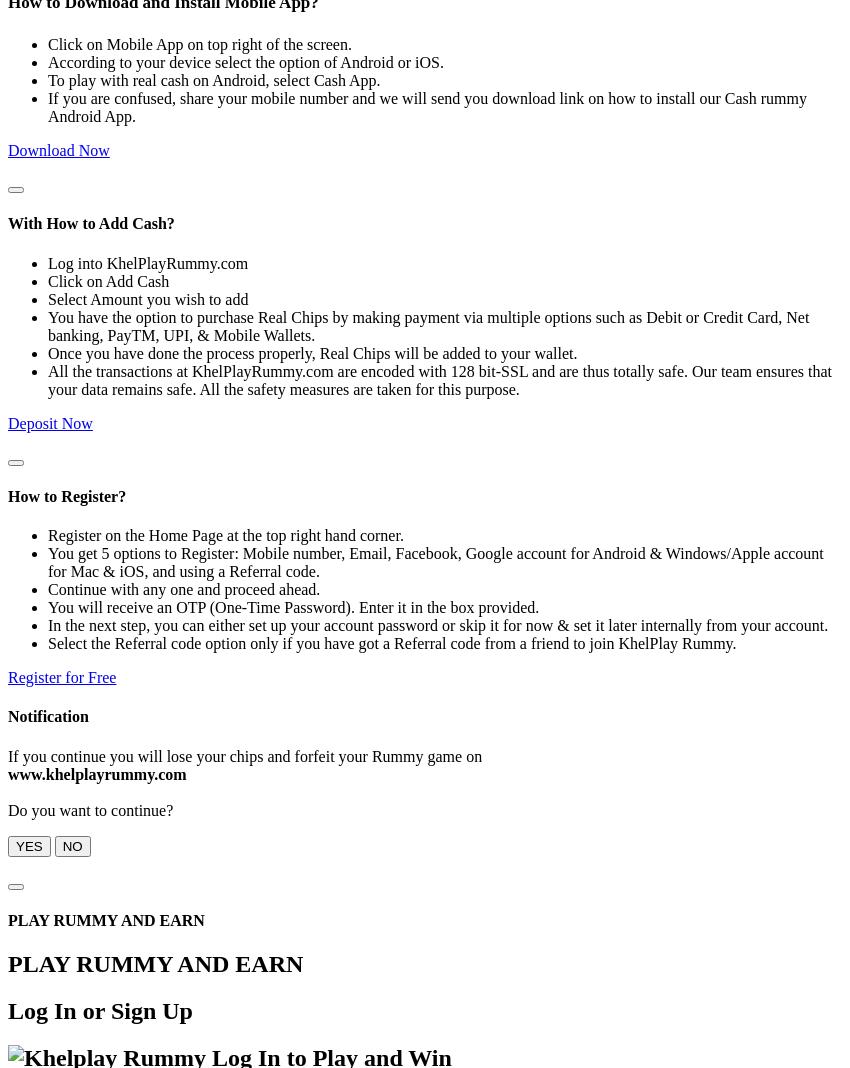  Describe the element at coordinates (98, 1010) in the screenshot. I see `'Log In or Sign Up'` at that location.